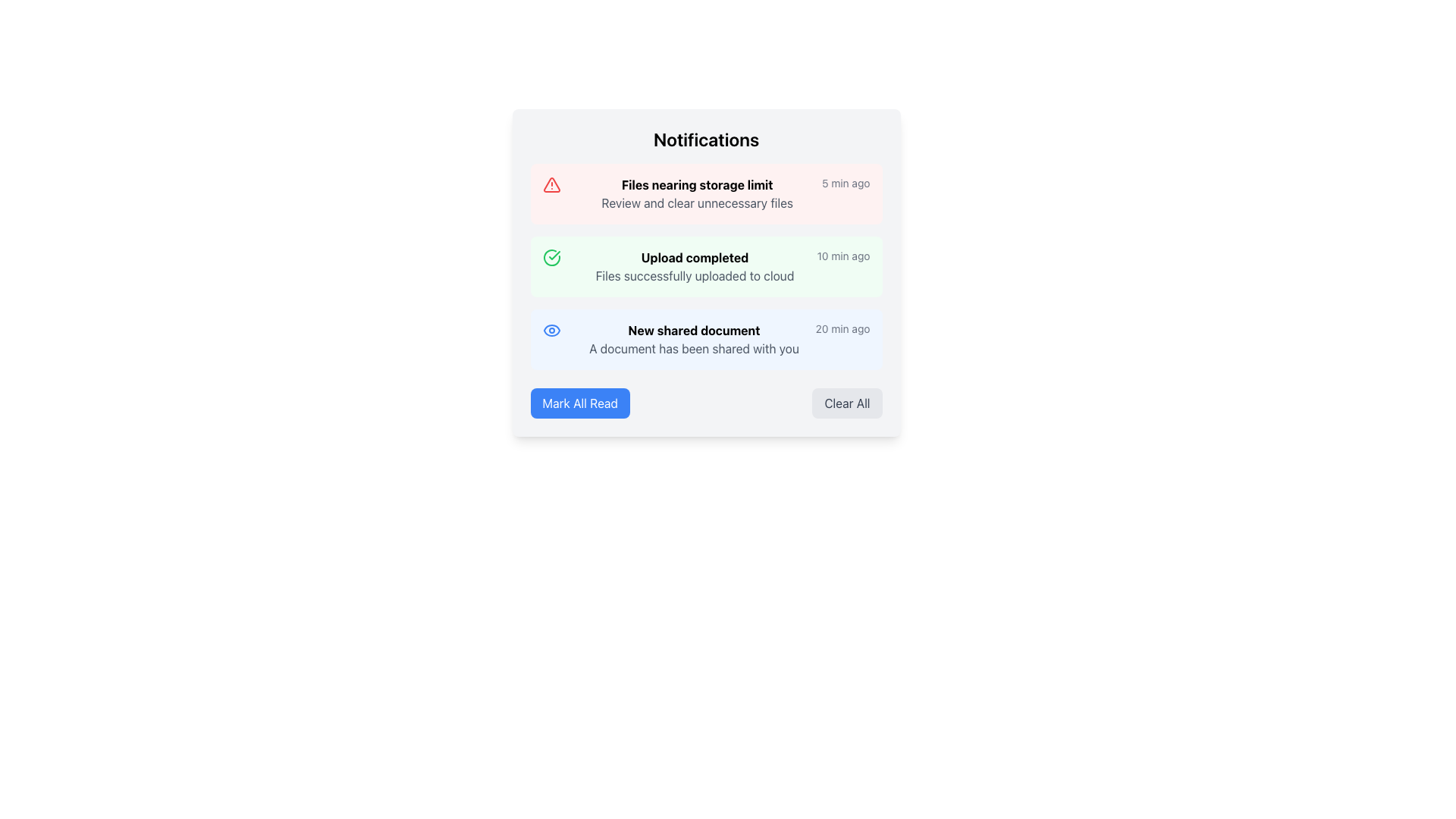  What do you see at coordinates (843, 256) in the screenshot?
I see `the text label displaying '10 min ago' located in the top-right corner of the notification card` at bounding box center [843, 256].